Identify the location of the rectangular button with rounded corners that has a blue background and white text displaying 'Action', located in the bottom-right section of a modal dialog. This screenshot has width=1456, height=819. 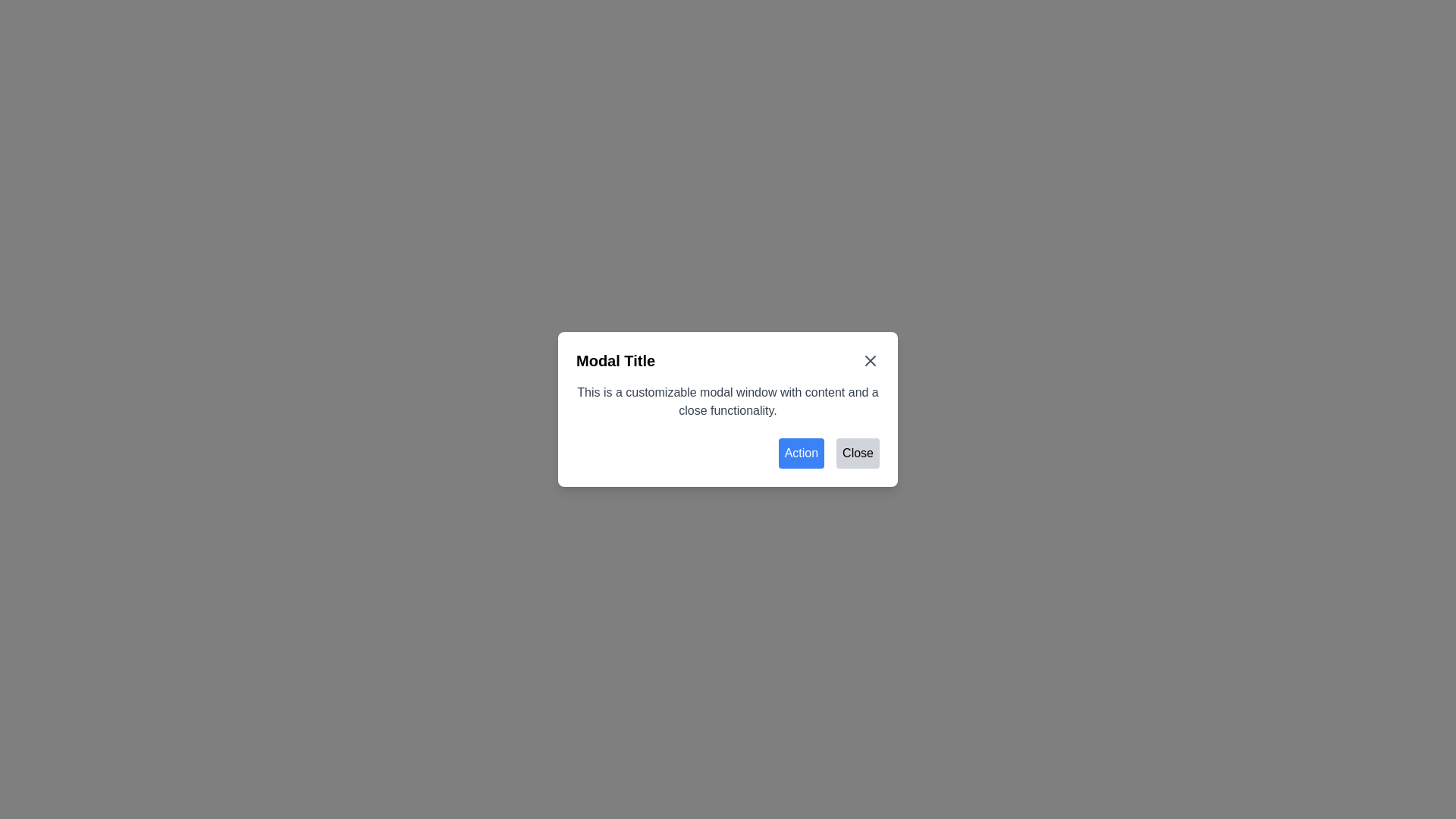
(800, 452).